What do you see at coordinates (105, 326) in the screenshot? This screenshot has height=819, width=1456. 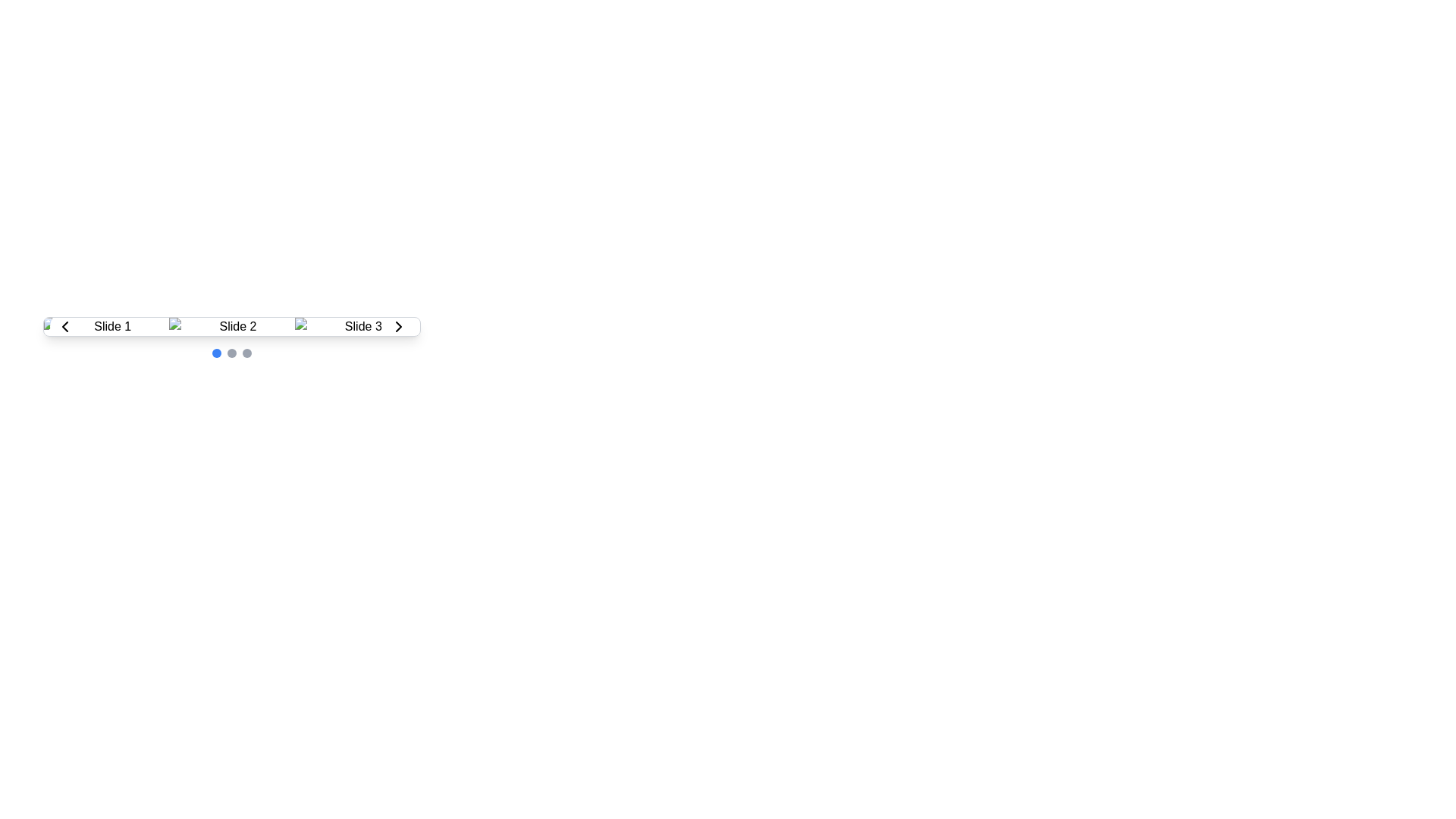 I see `the image displaying 'Slide 1'` at bounding box center [105, 326].